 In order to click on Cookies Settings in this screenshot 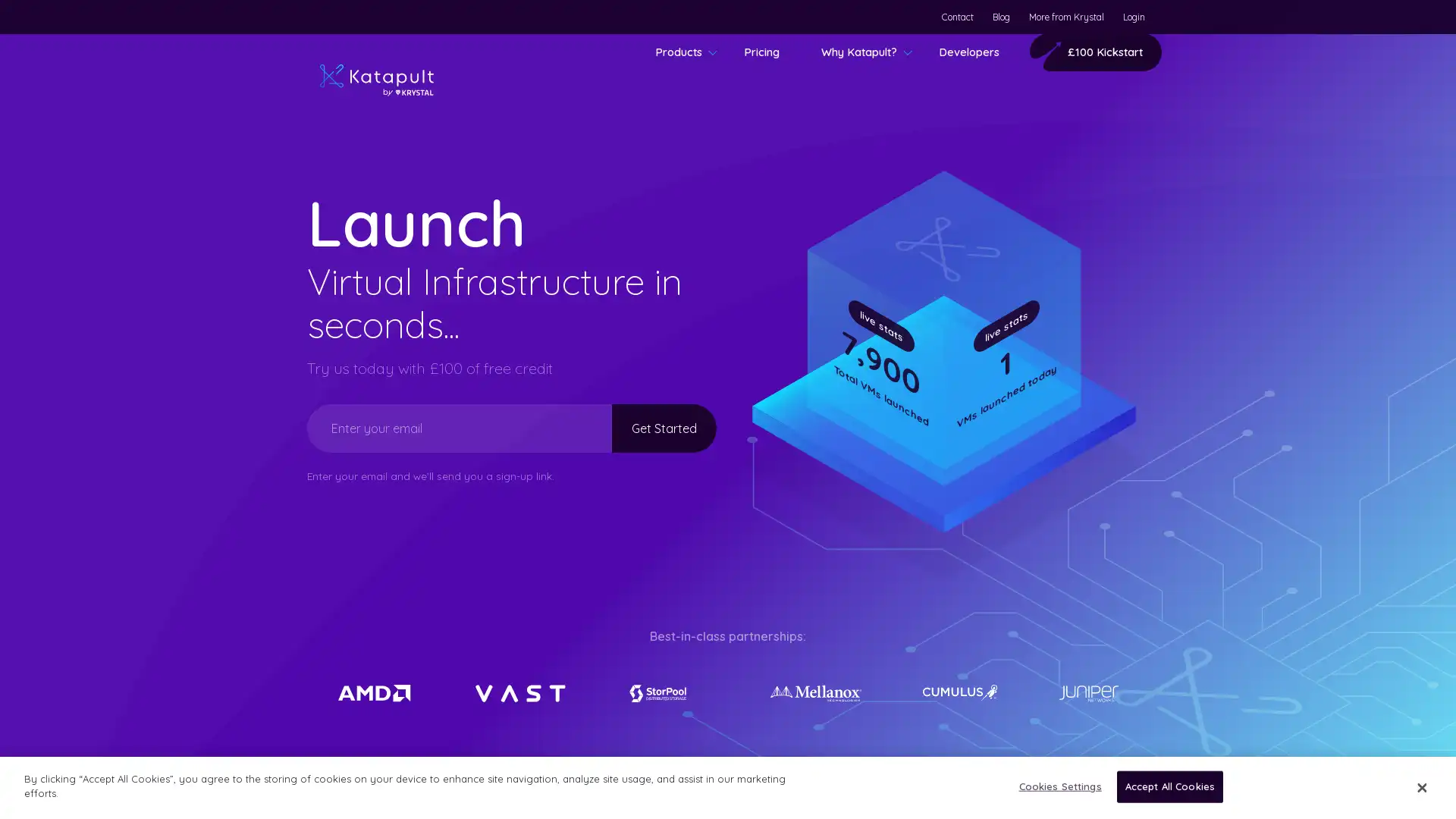, I will do `click(1055, 786)`.